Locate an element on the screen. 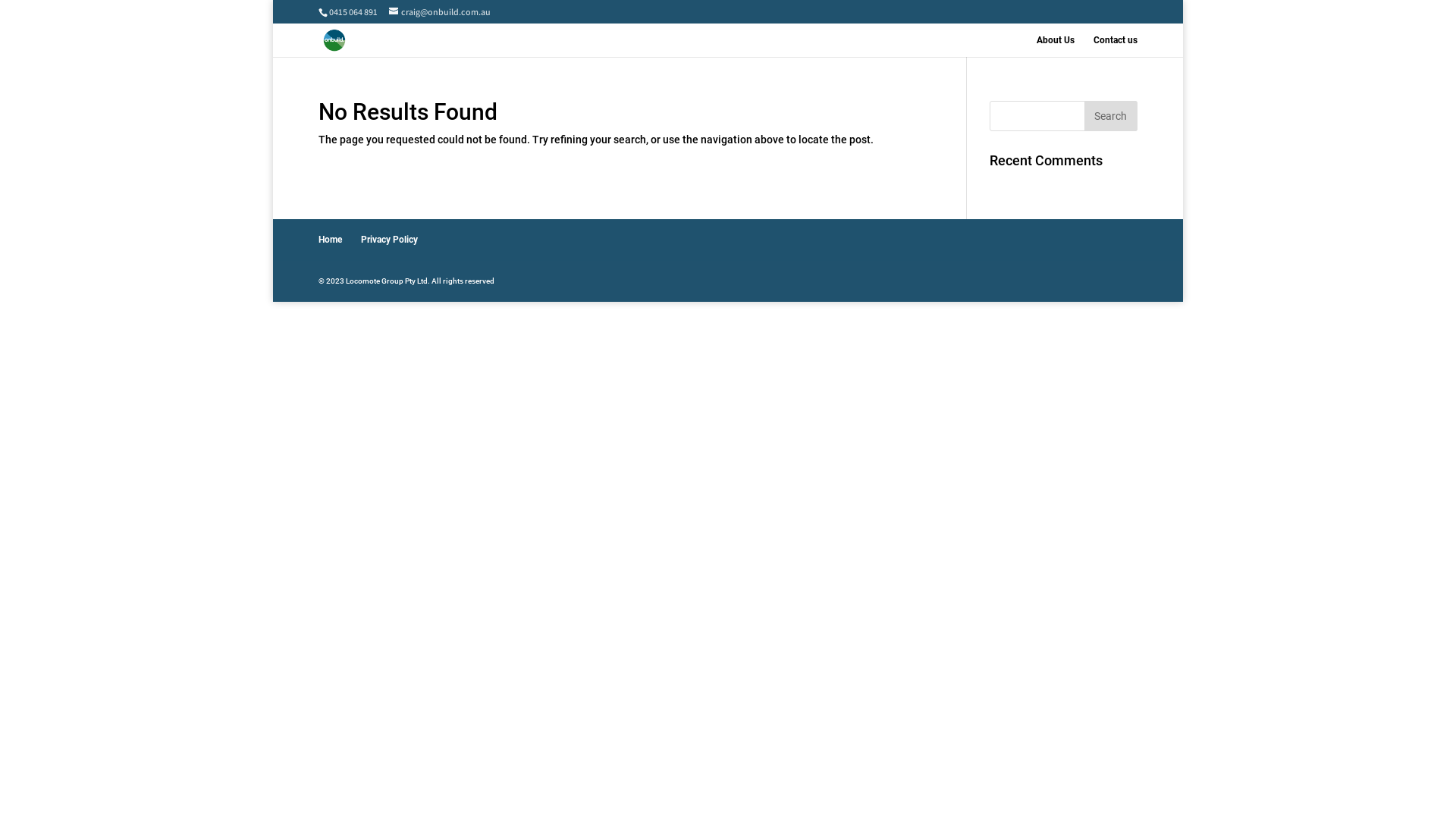  'Home' is located at coordinates (329, 239).